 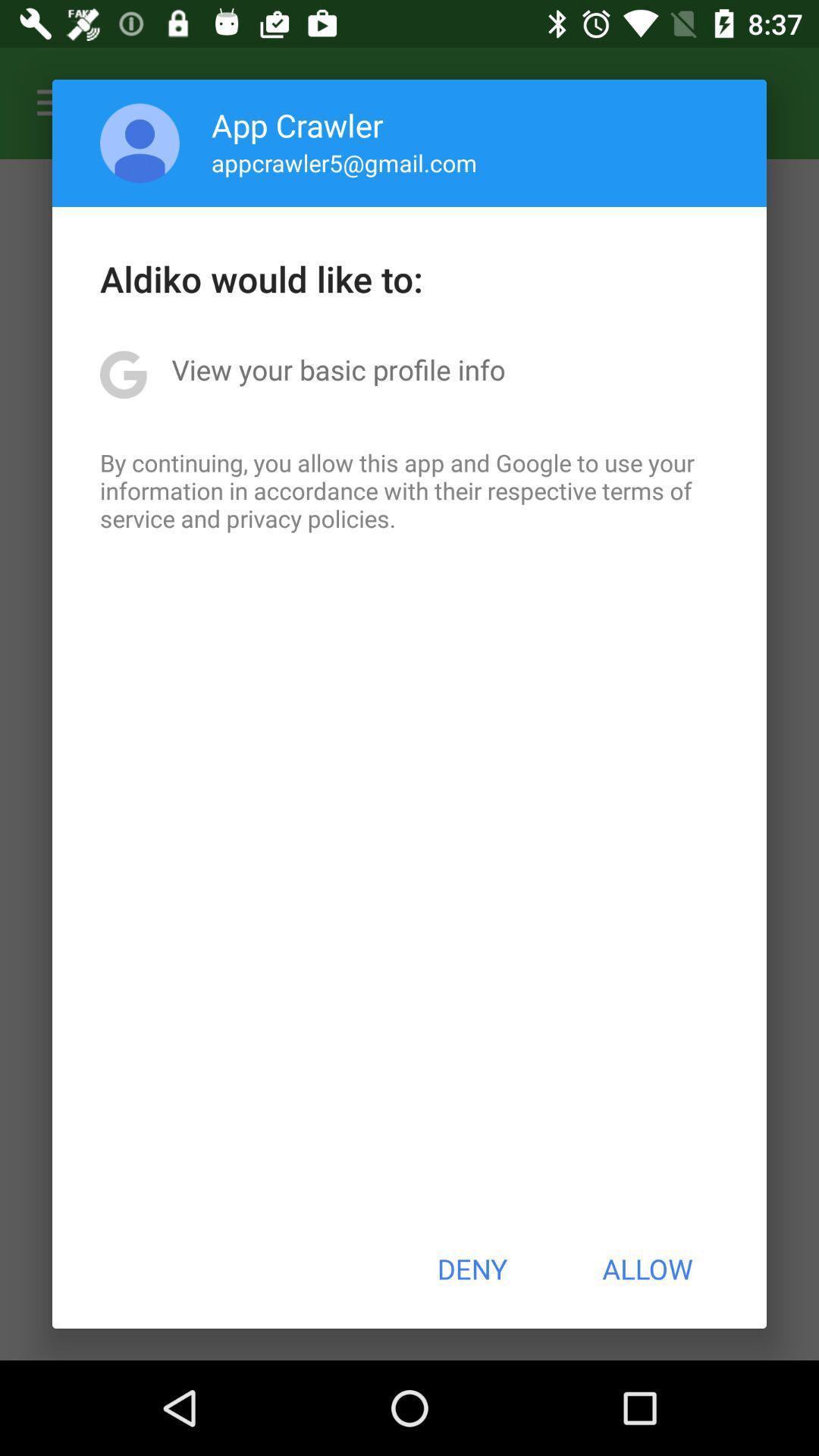 What do you see at coordinates (344, 162) in the screenshot?
I see `appcrawler5@gmail.com` at bounding box center [344, 162].